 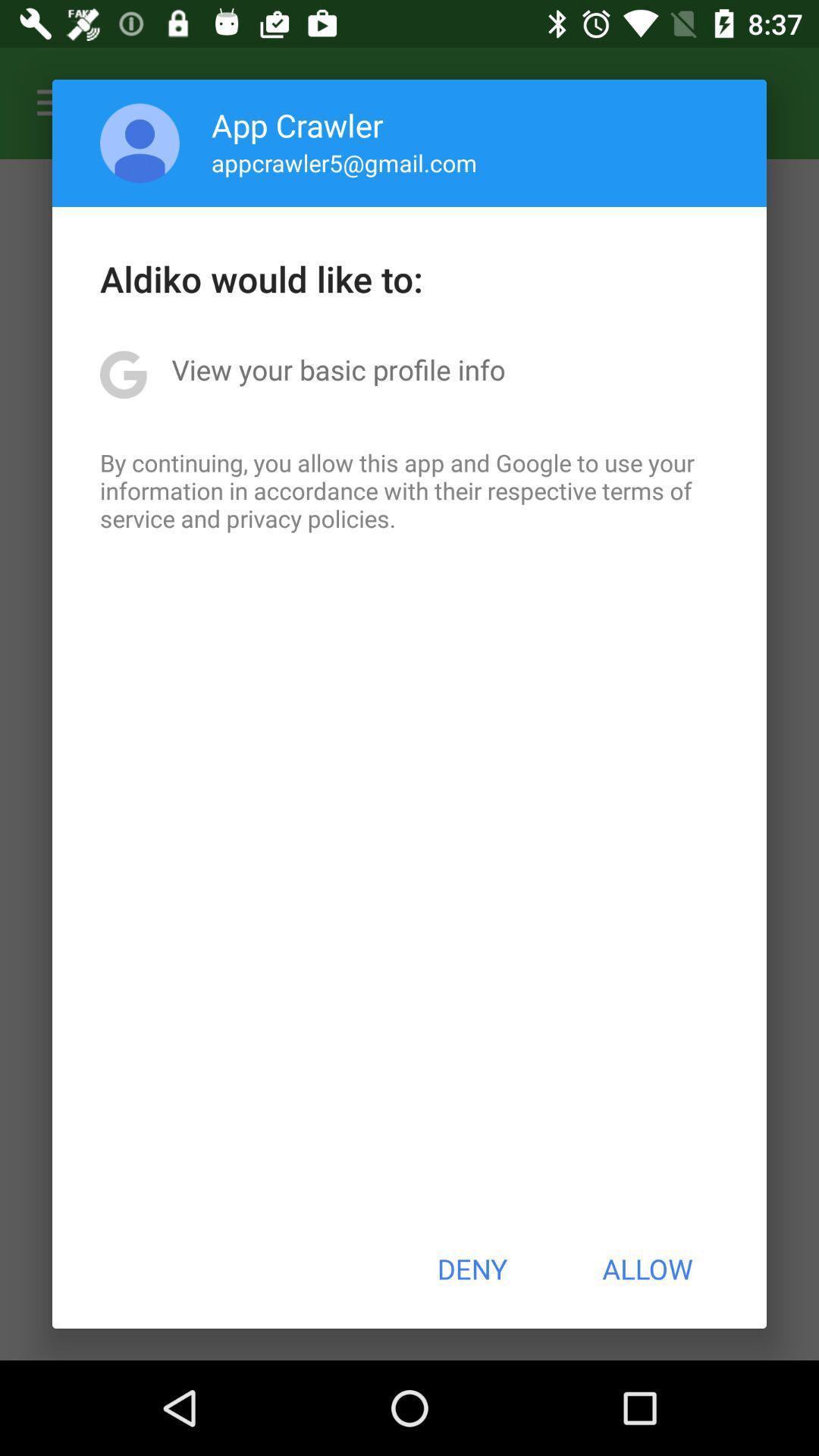 What do you see at coordinates (344, 162) in the screenshot?
I see `appcrawler5@gmail.com` at bounding box center [344, 162].